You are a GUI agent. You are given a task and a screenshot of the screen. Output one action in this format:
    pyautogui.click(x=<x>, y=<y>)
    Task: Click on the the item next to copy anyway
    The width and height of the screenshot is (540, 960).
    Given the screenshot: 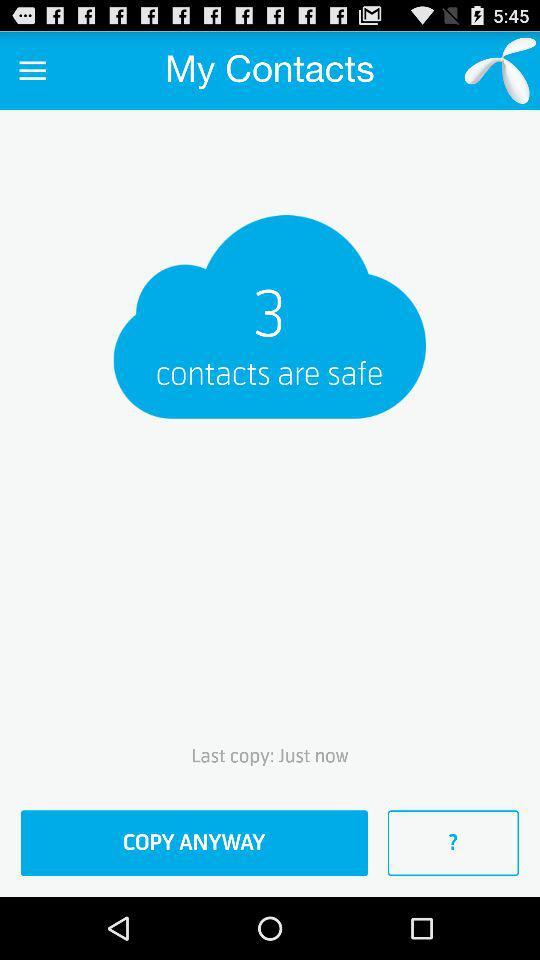 What is the action you would take?
    pyautogui.click(x=453, y=842)
    